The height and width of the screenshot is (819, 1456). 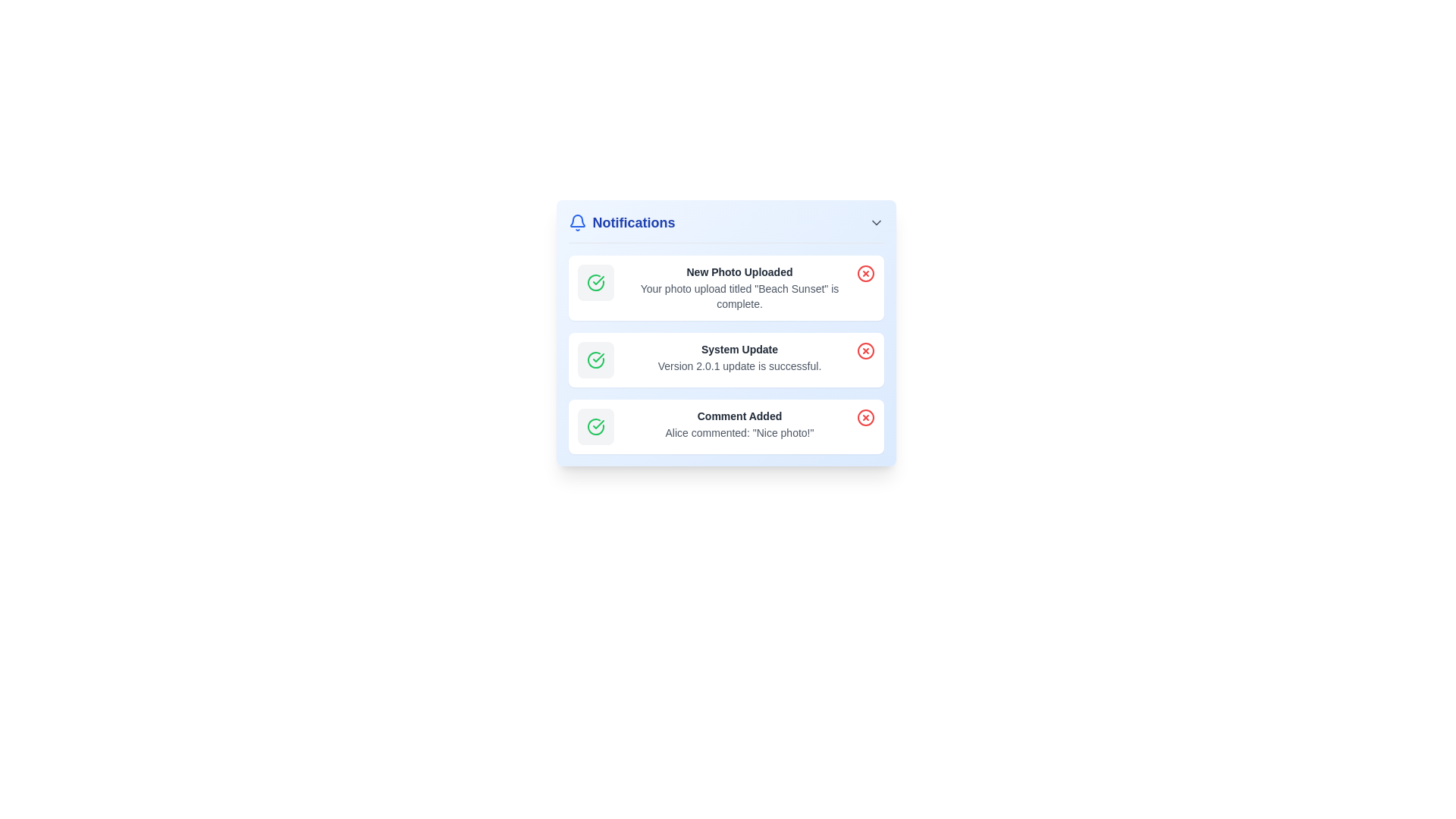 I want to click on the chevron-like icon button in the Notifications header, so click(x=876, y=222).